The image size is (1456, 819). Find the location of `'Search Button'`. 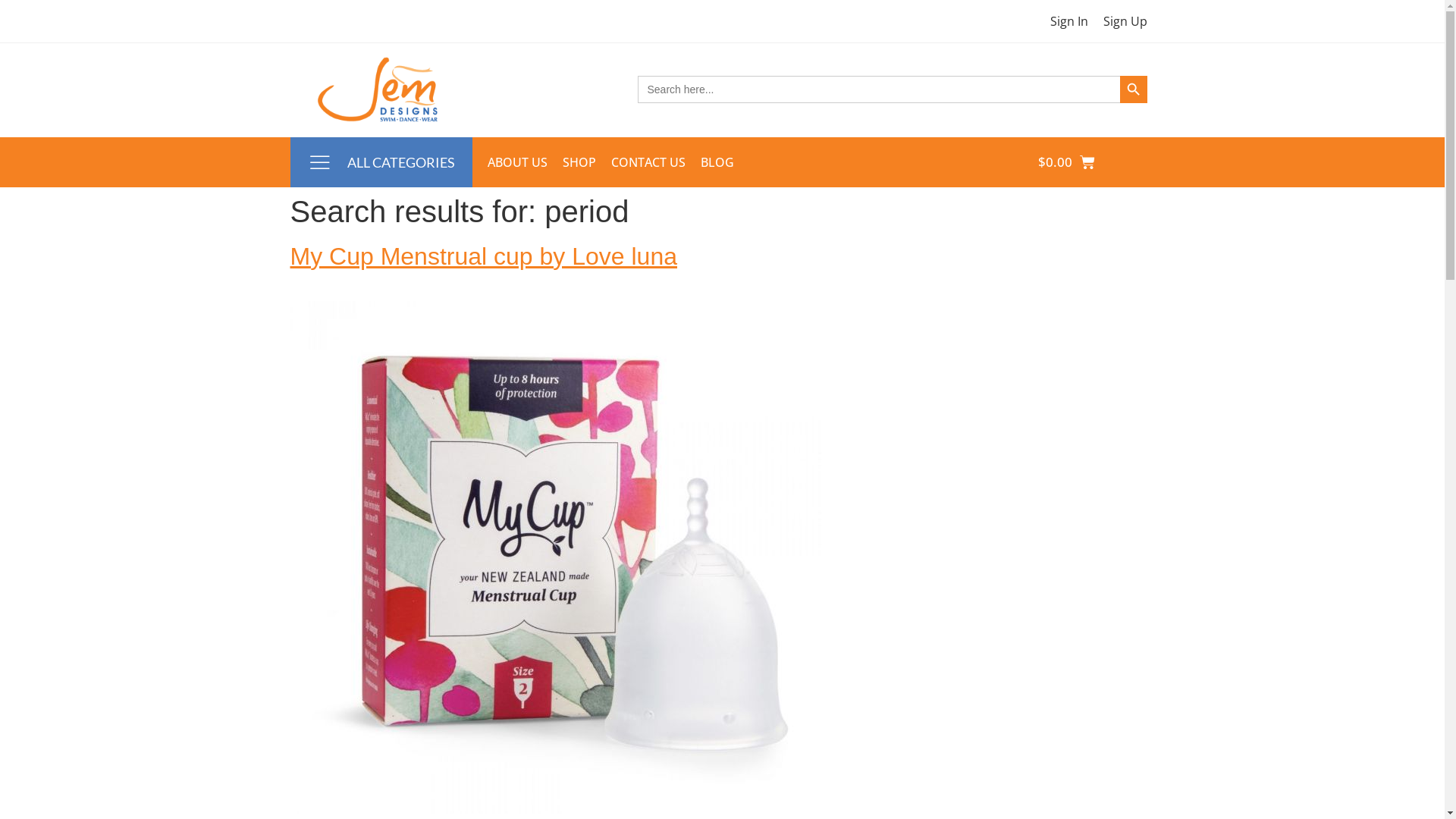

'Search Button' is located at coordinates (1119, 89).